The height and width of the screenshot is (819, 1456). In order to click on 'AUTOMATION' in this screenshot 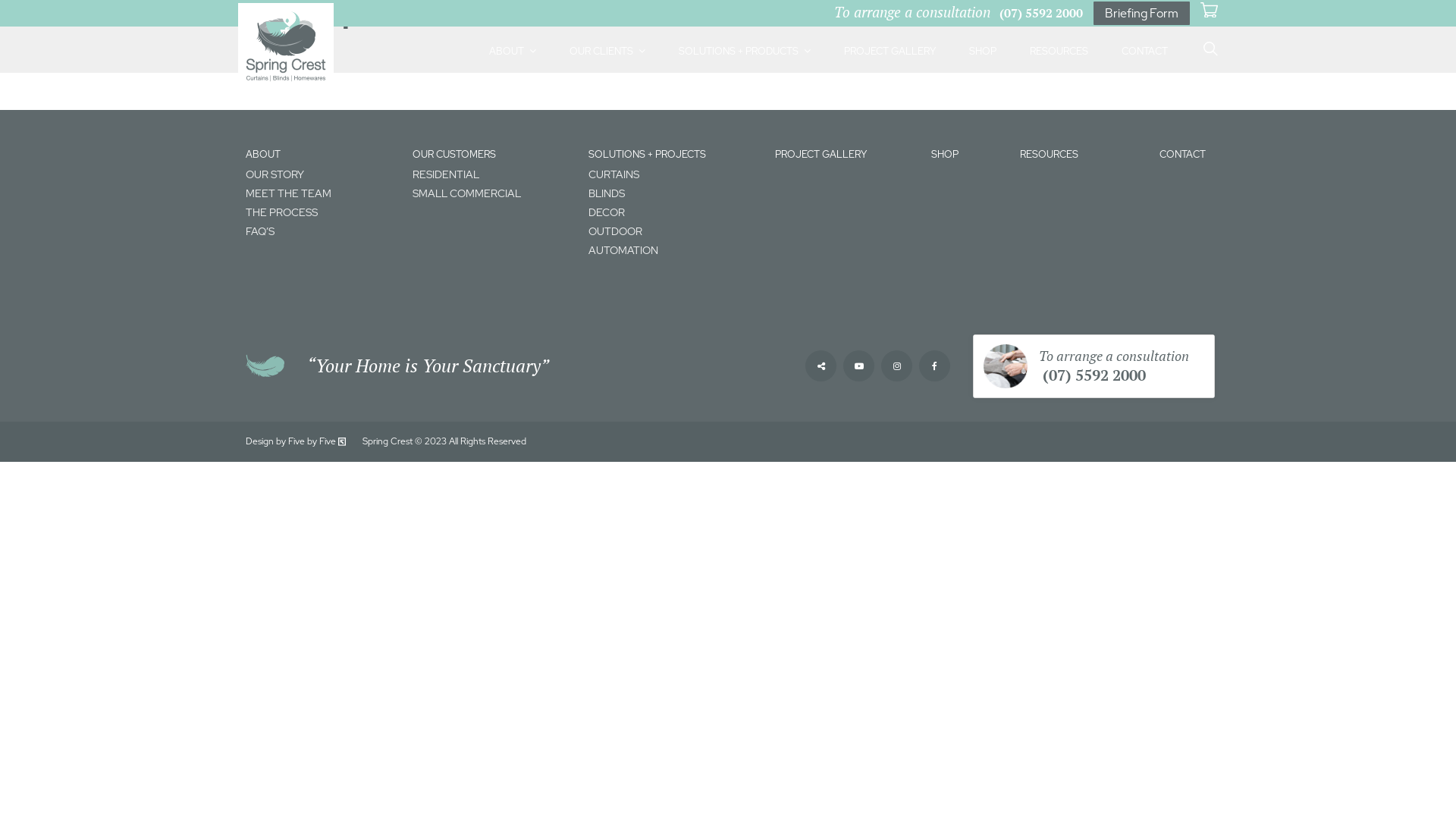, I will do `click(673, 249)`.